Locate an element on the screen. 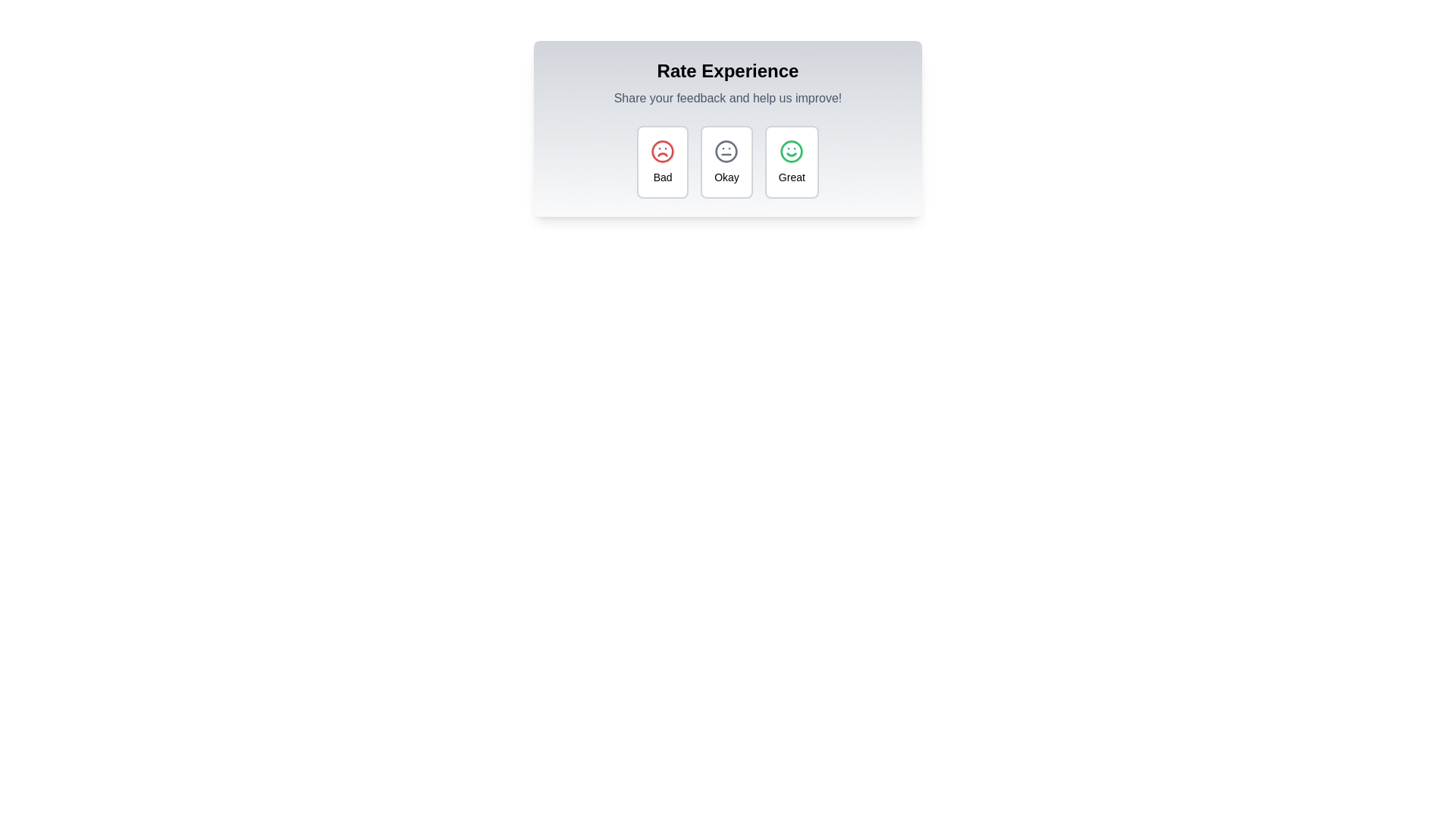 Image resolution: width=1456 pixels, height=819 pixels. the 'Okay' feedback icon, which is centered above the text label 'Okay' in the middle button of the feedback options is located at coordinates (726, 152).